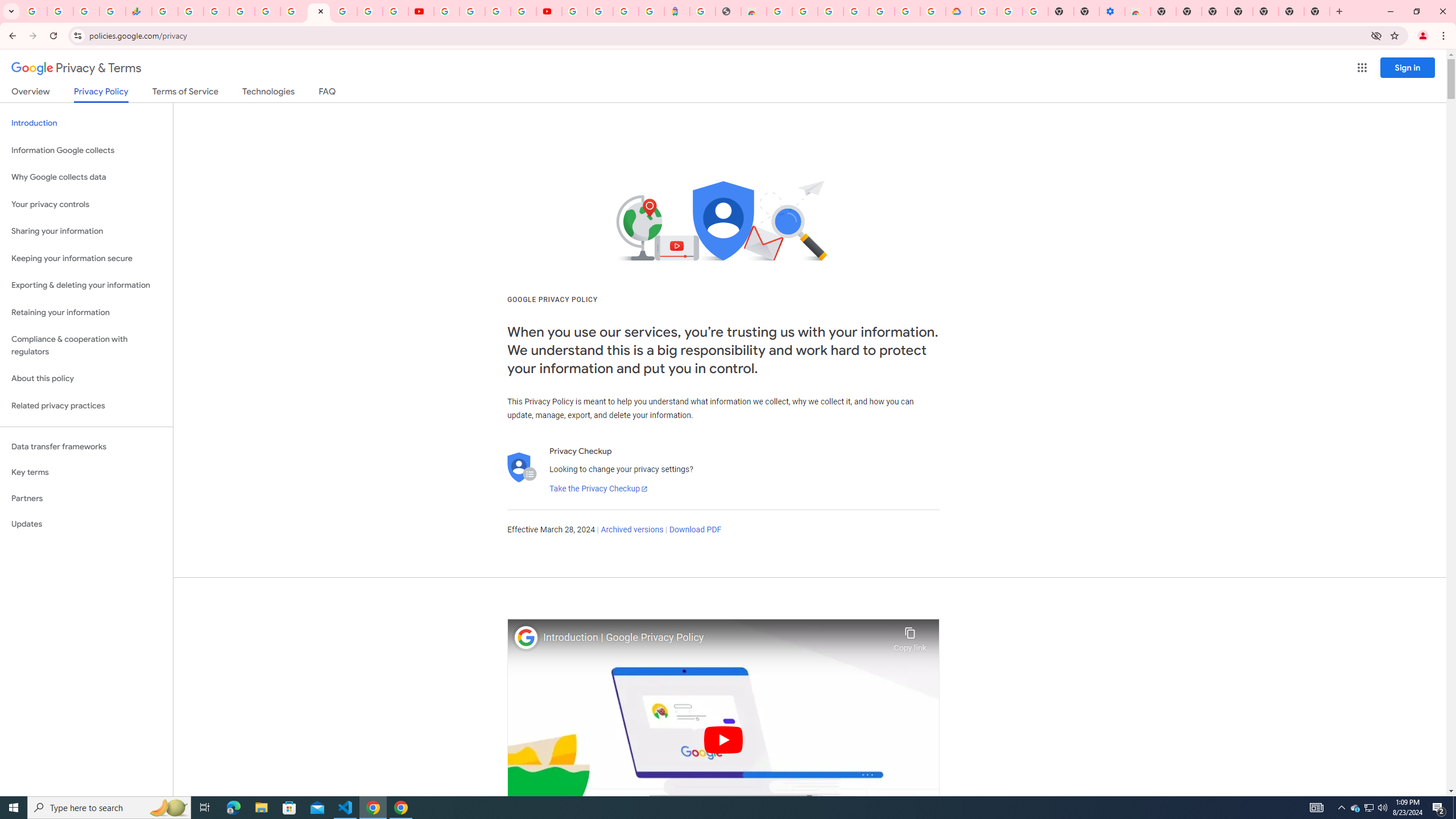 Image resolution: width=1456 pixels, height=819 pixels. Describe the element at coordinates (695, 529) in the screenshot. I see `'Download PDF'` at that location.